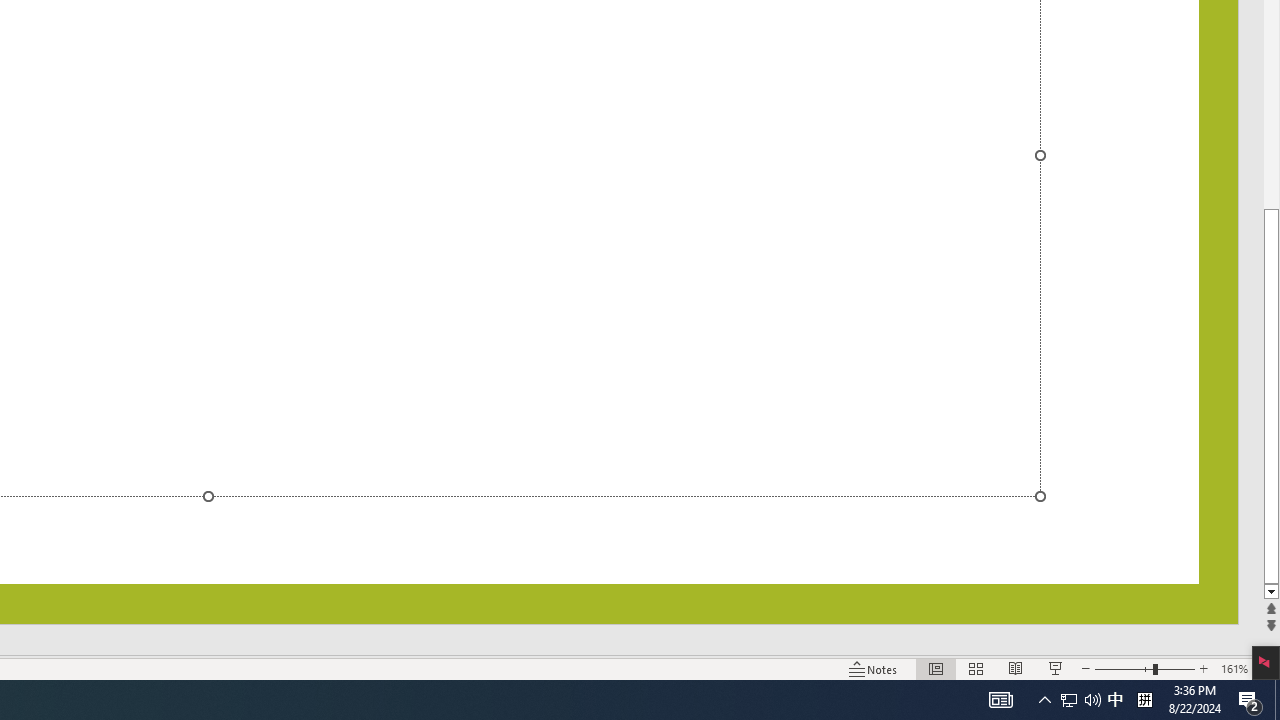  I want to click on 'Normal', so click(935, 669).